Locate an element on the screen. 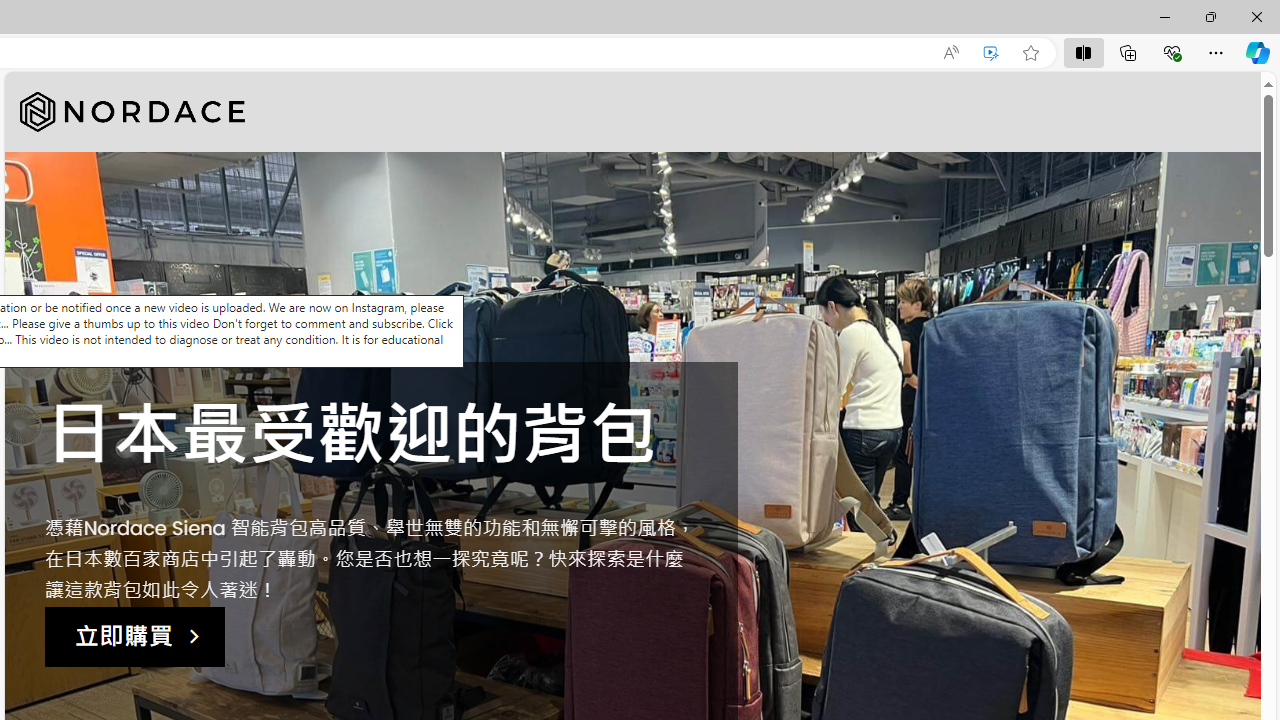 This screenshot has width=1280, height=720. 'Restore' is located at coordinates (1209, 16).